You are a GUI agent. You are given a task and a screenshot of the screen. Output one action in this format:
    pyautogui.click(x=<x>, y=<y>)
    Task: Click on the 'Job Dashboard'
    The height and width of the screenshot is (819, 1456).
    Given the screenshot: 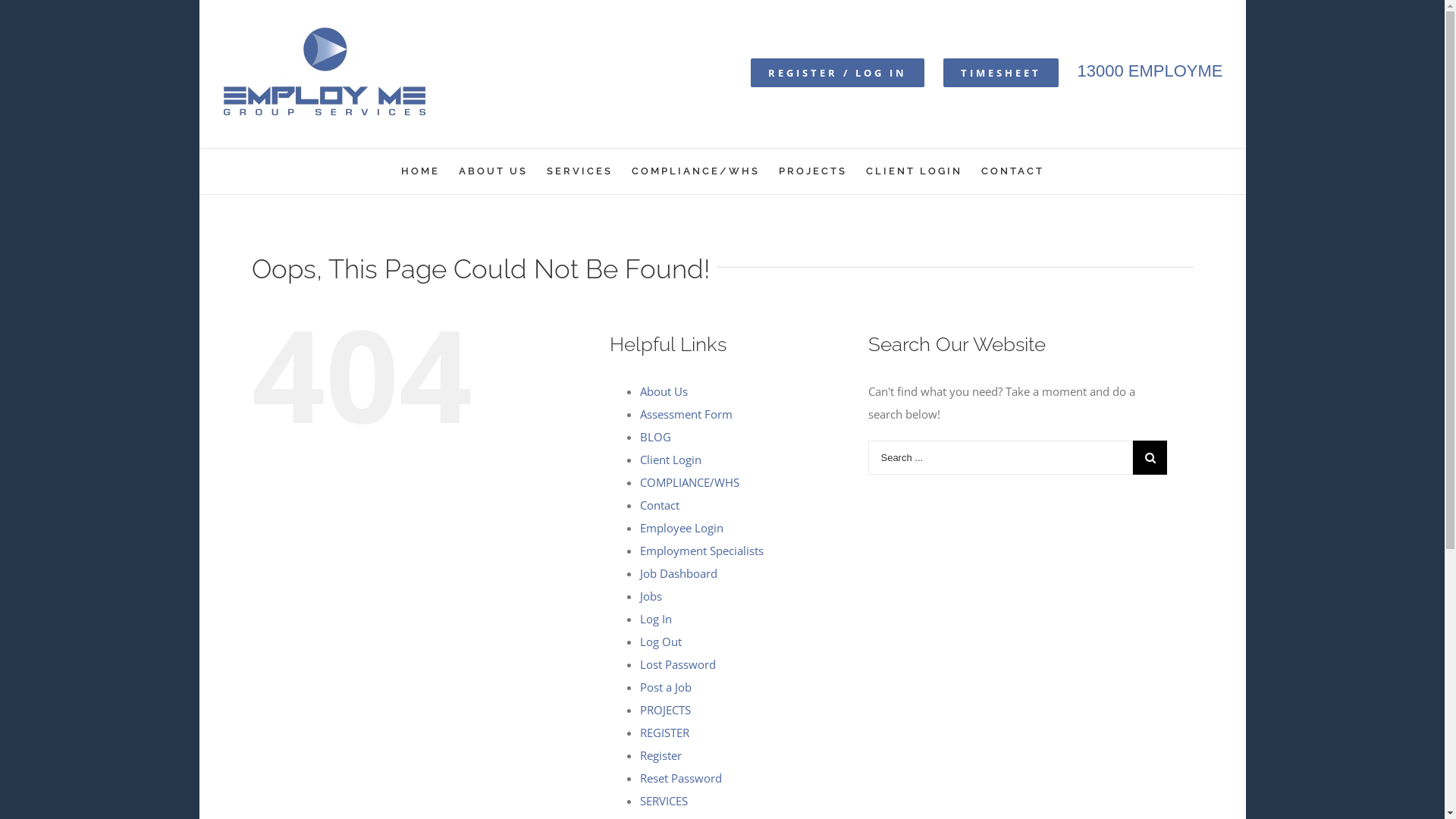 What is the action you would take?
    pyautogui.click(x=677, y=573)
    